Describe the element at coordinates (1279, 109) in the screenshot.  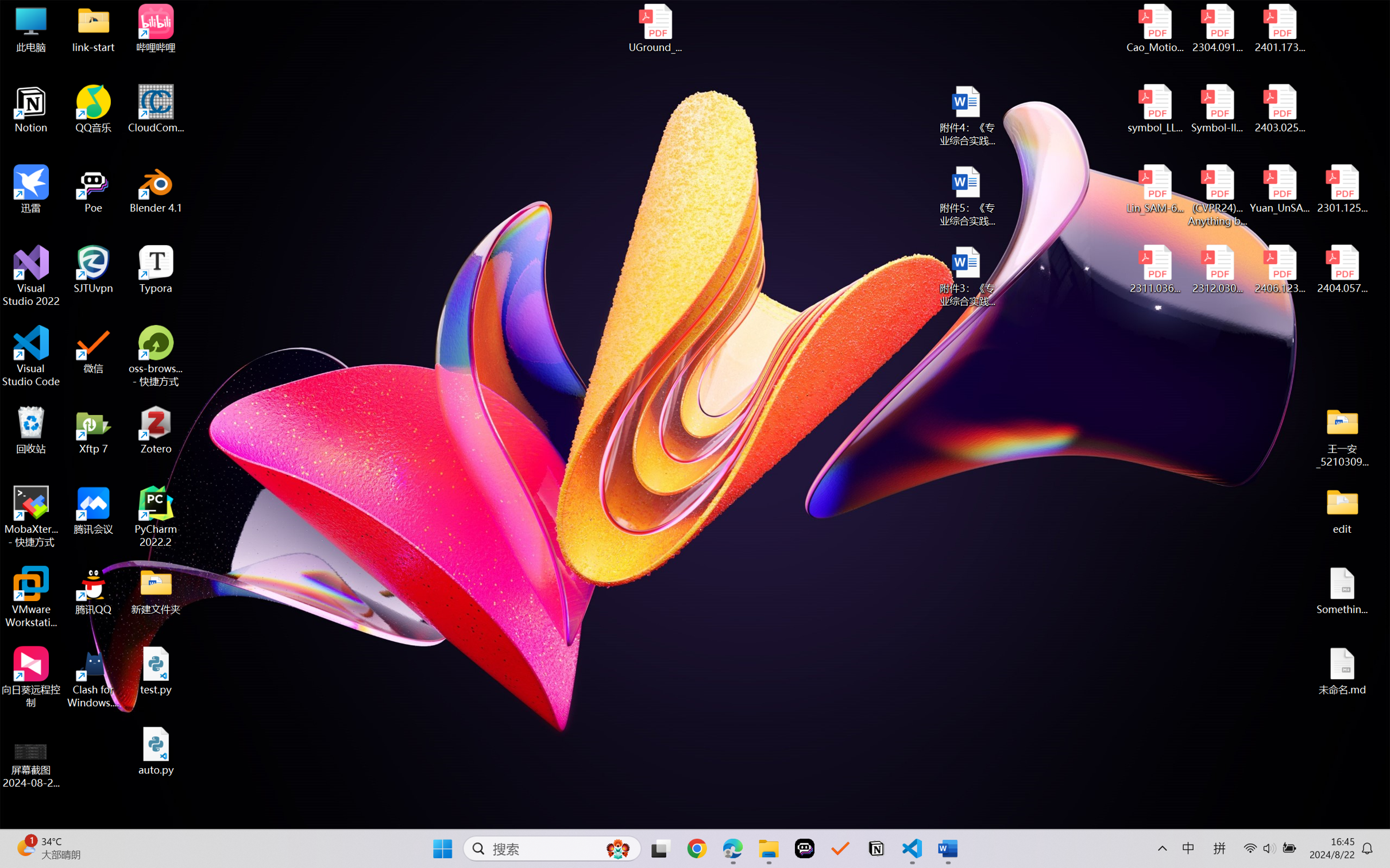
I see `'2403.02502v1.pdf'` at that location.